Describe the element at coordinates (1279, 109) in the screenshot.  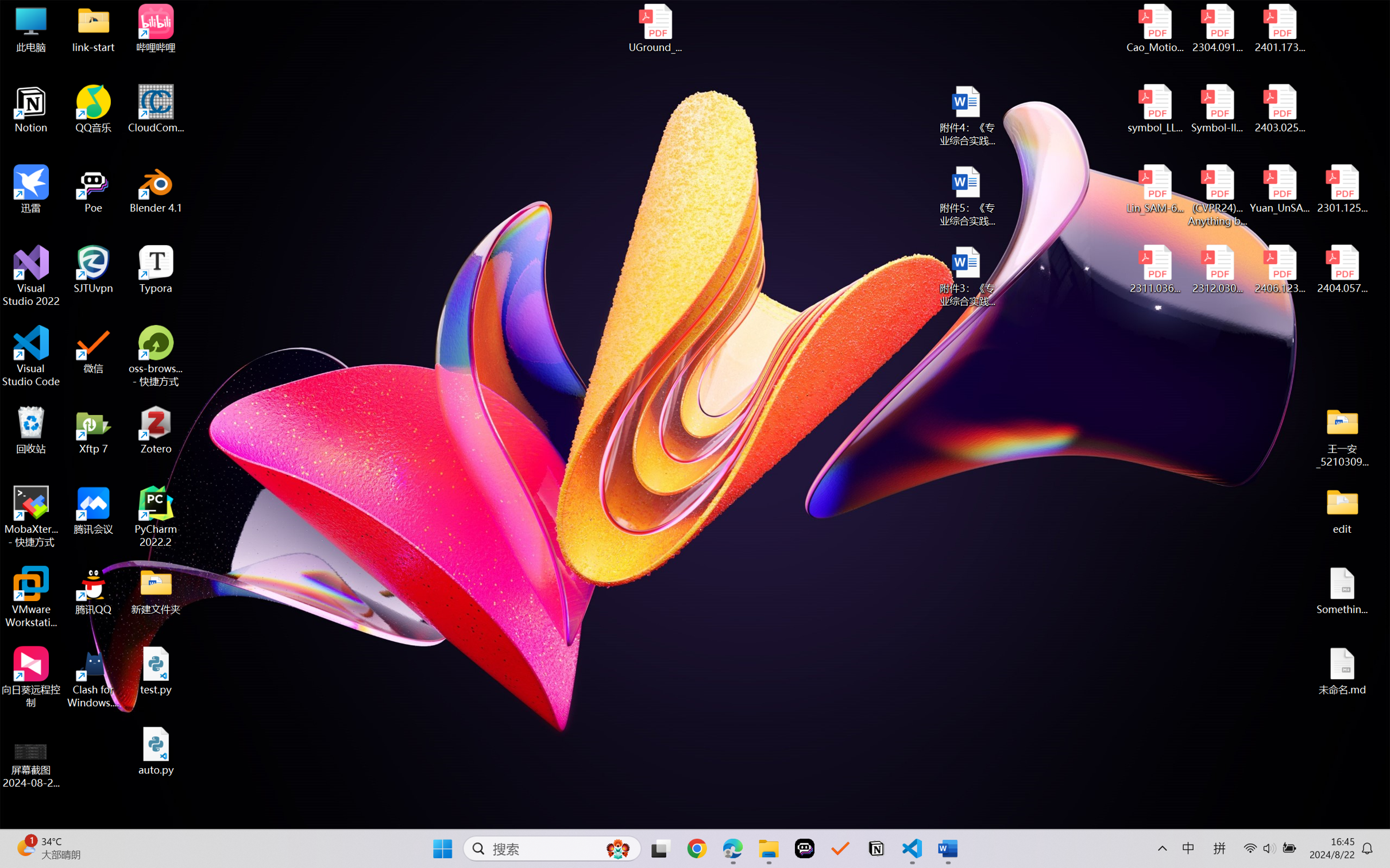
I see `'2403.02502v1.pdf'` at that location.